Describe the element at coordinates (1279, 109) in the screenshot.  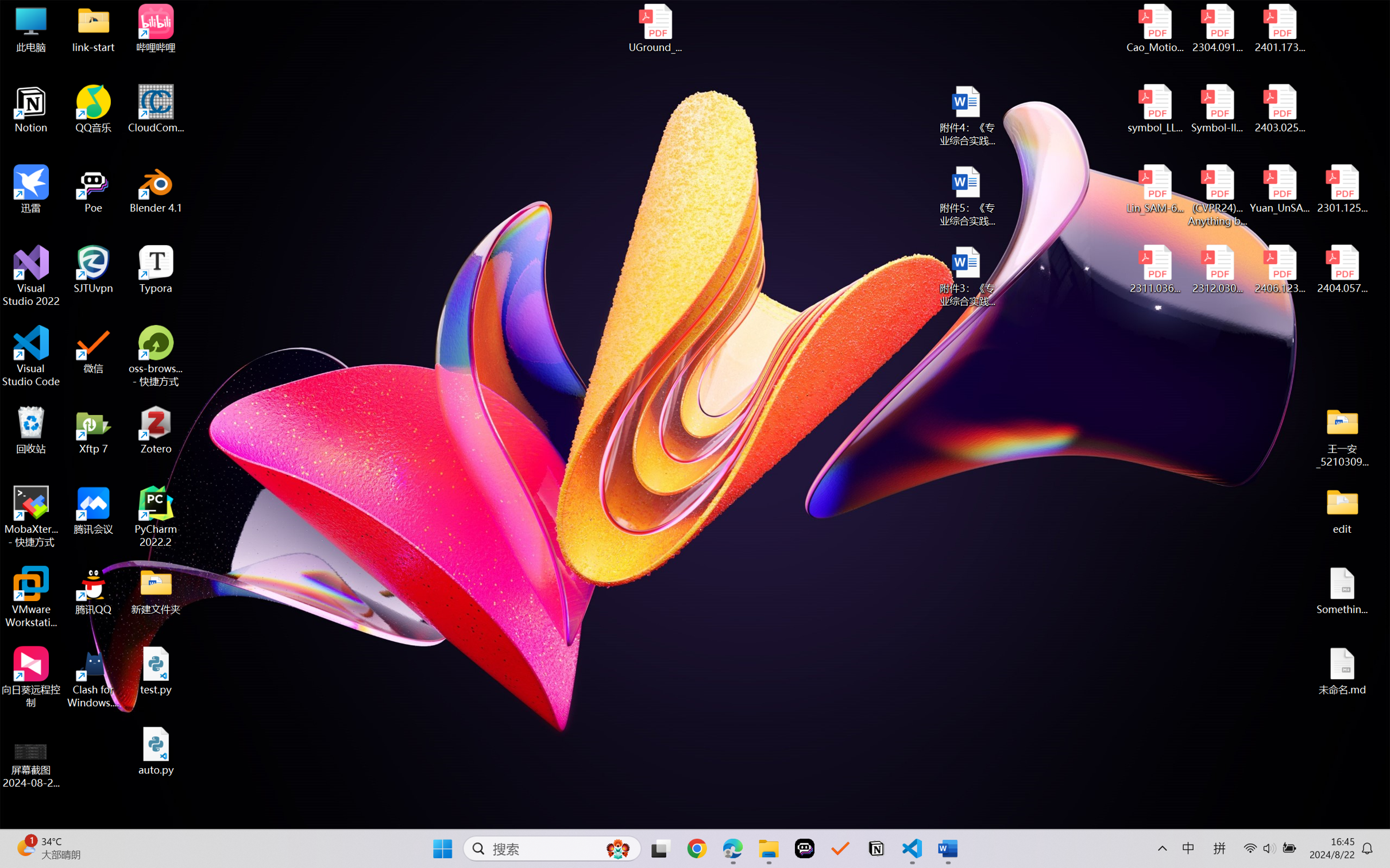
I see `'2403.02502v1.pdf'` at that location.